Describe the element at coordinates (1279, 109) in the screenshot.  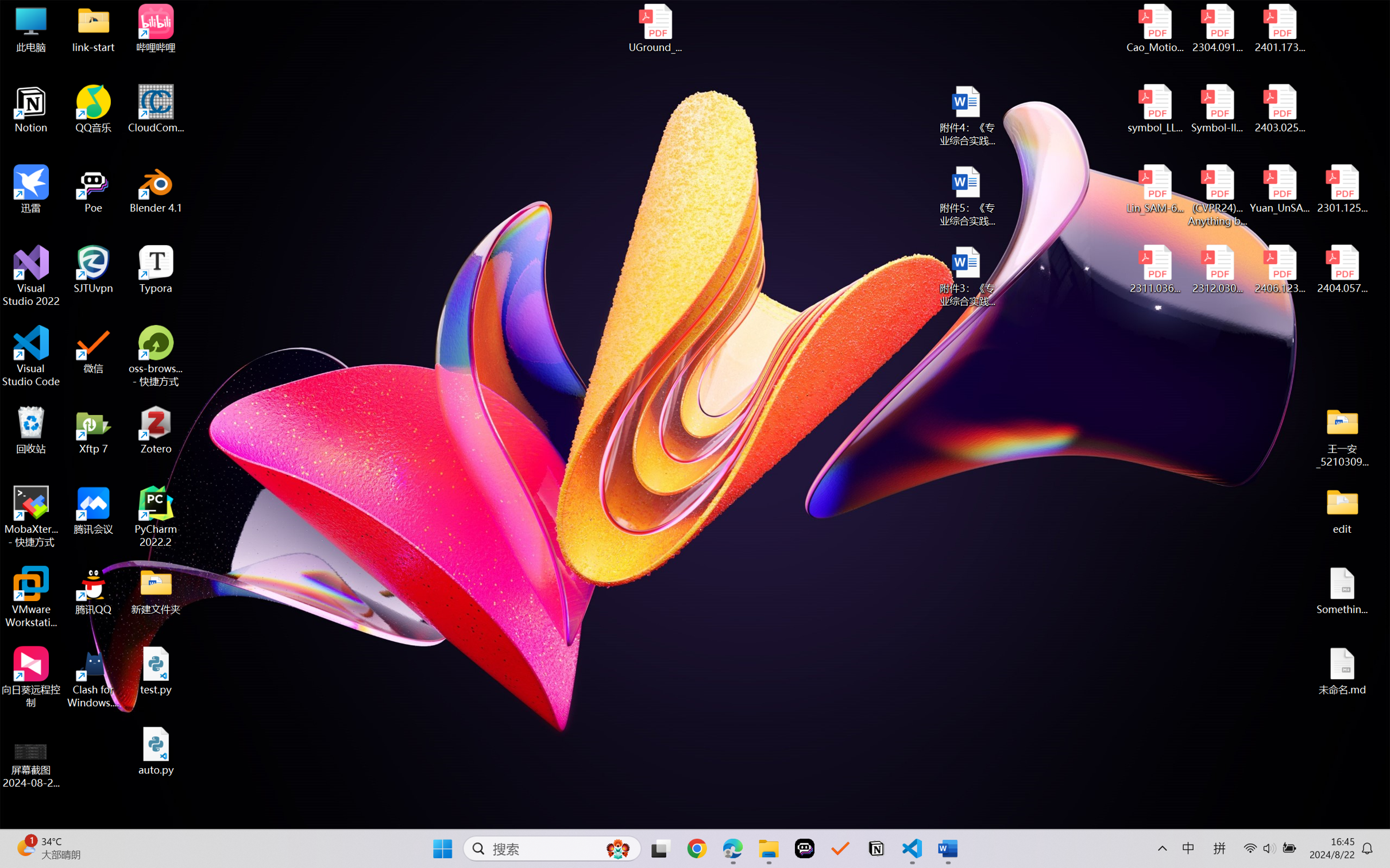
I see `'2403.02502v1.pdf'` at that location.